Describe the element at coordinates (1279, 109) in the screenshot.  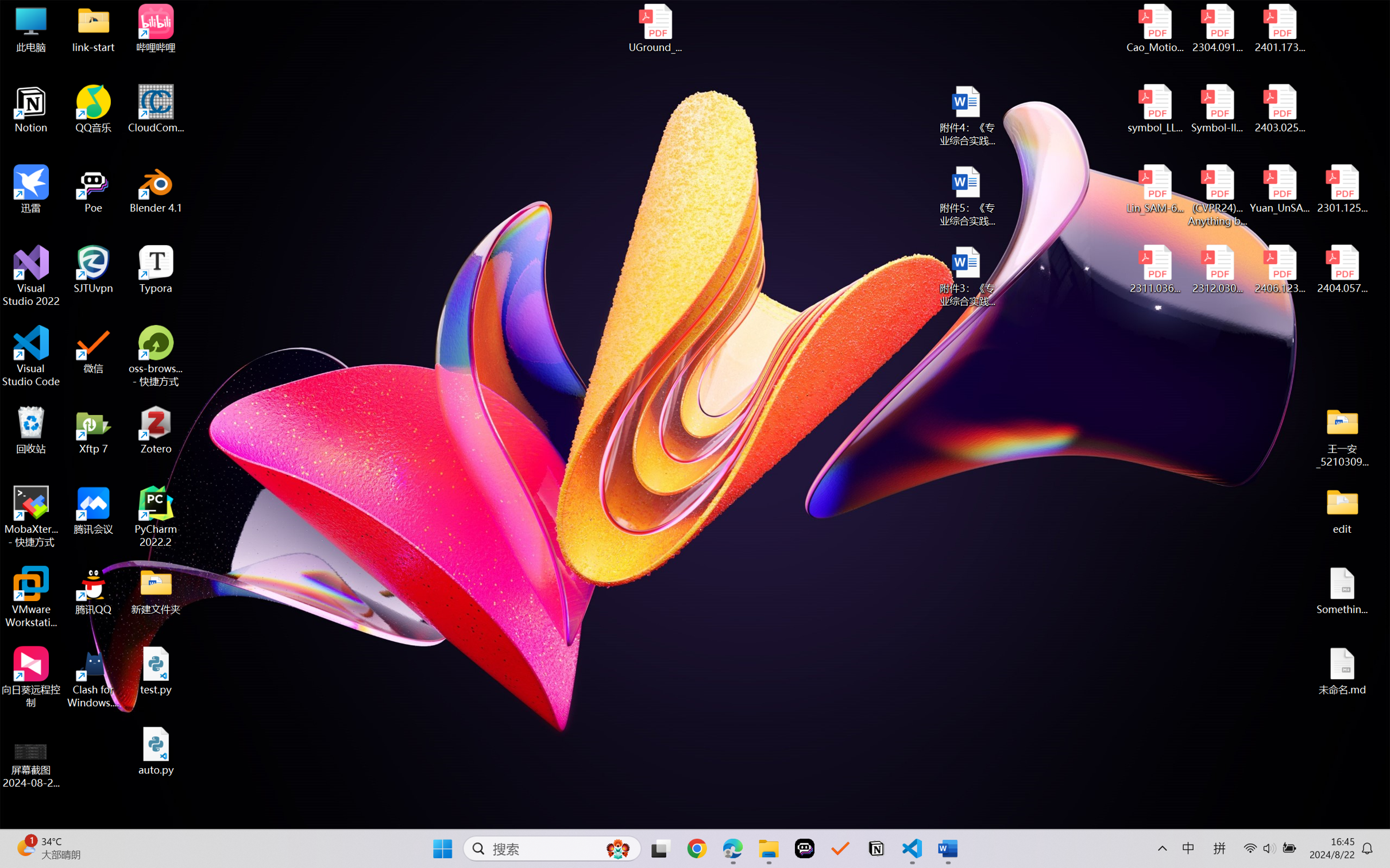
I see `'2403.02502v1.pdf'` at that location.